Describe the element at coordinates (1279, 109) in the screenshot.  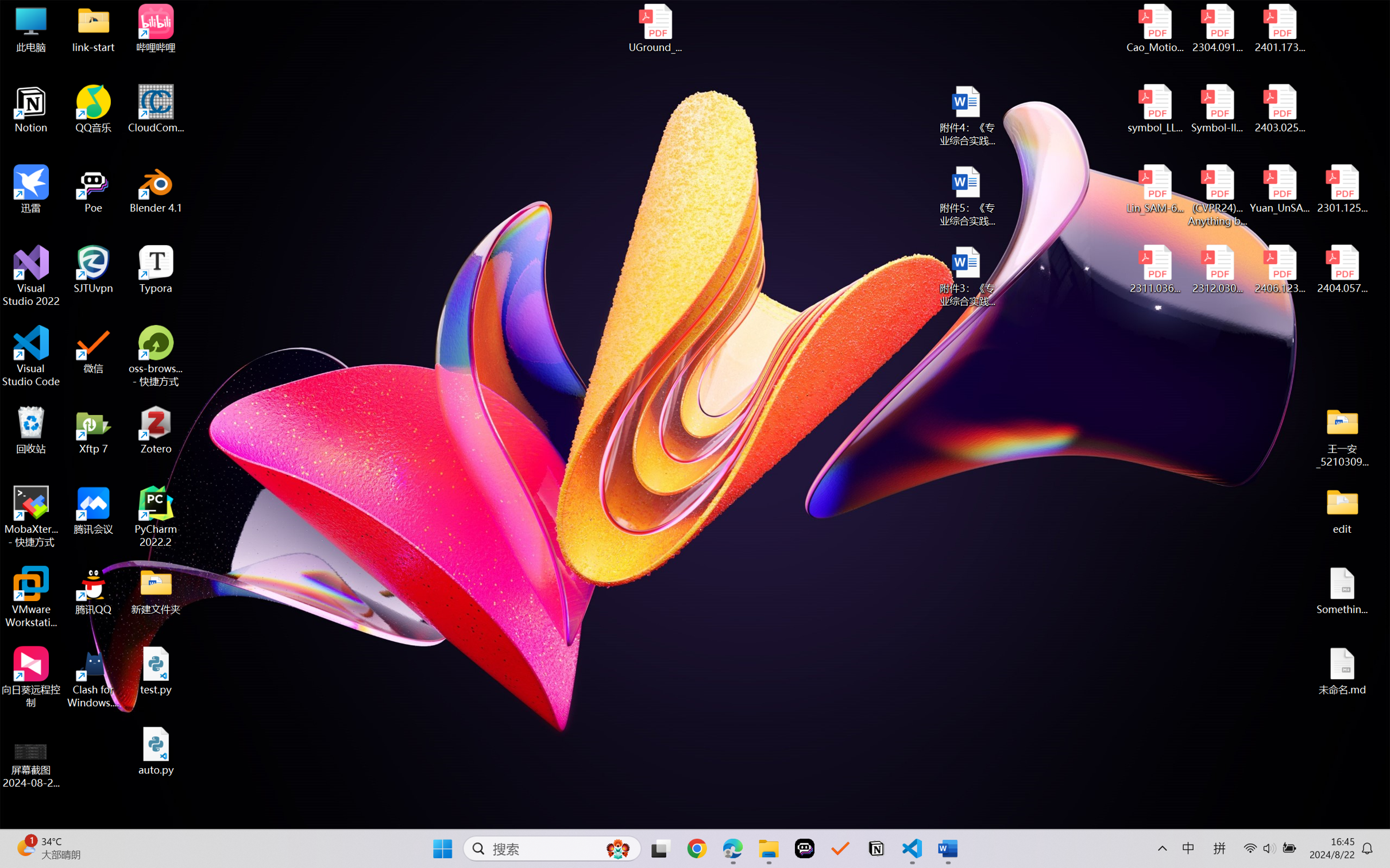
I see `'2403.02502v1.pdf'` at that location.